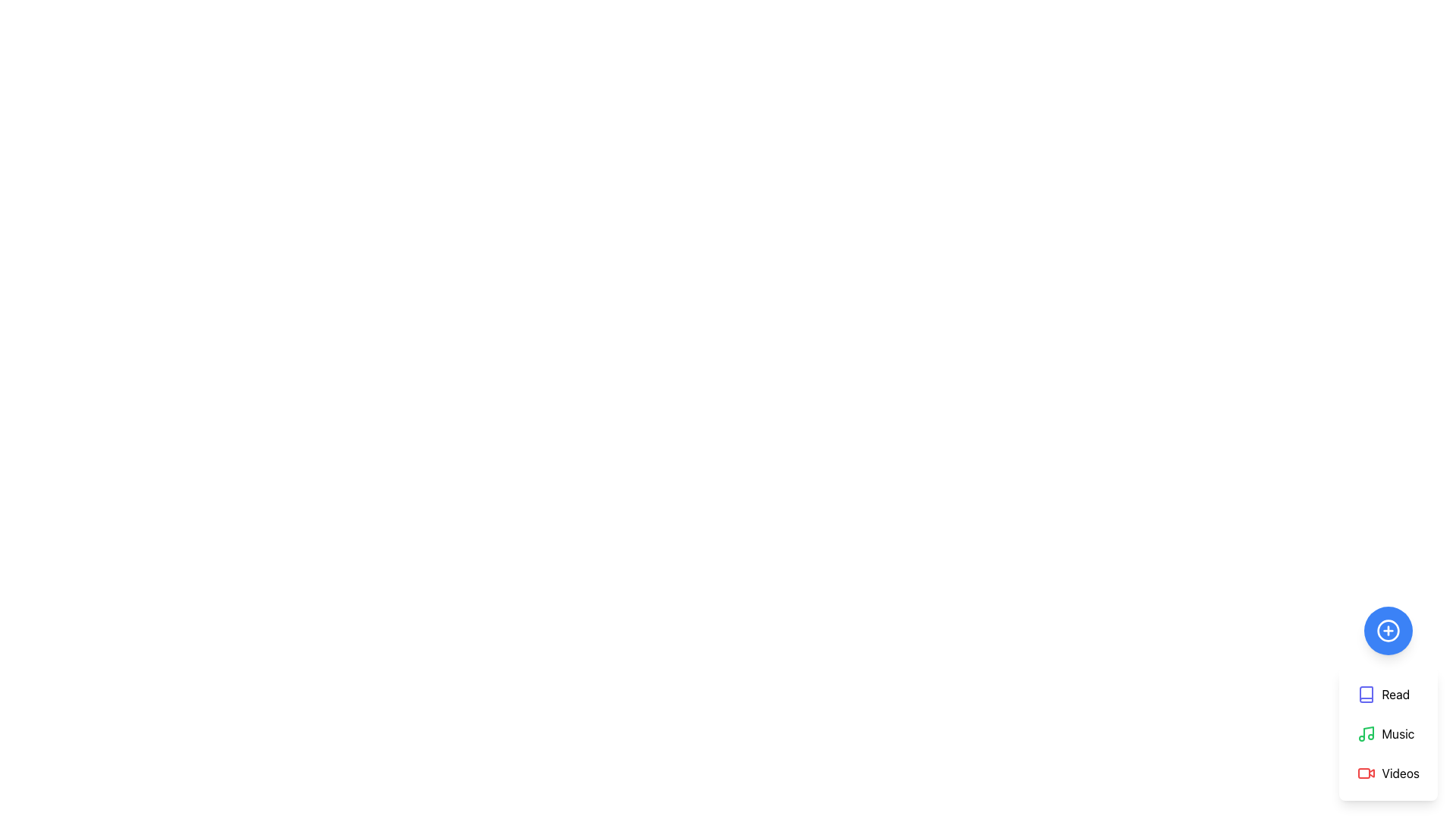 Image resolution: width=1456 pixels, height=819 pixels. Describe the element at coordinates (1389, 631) in the screenshot. I see `the circular visual element located in the bottom right corner of the interface, which serves as part of a floating button with additional options` at that location.